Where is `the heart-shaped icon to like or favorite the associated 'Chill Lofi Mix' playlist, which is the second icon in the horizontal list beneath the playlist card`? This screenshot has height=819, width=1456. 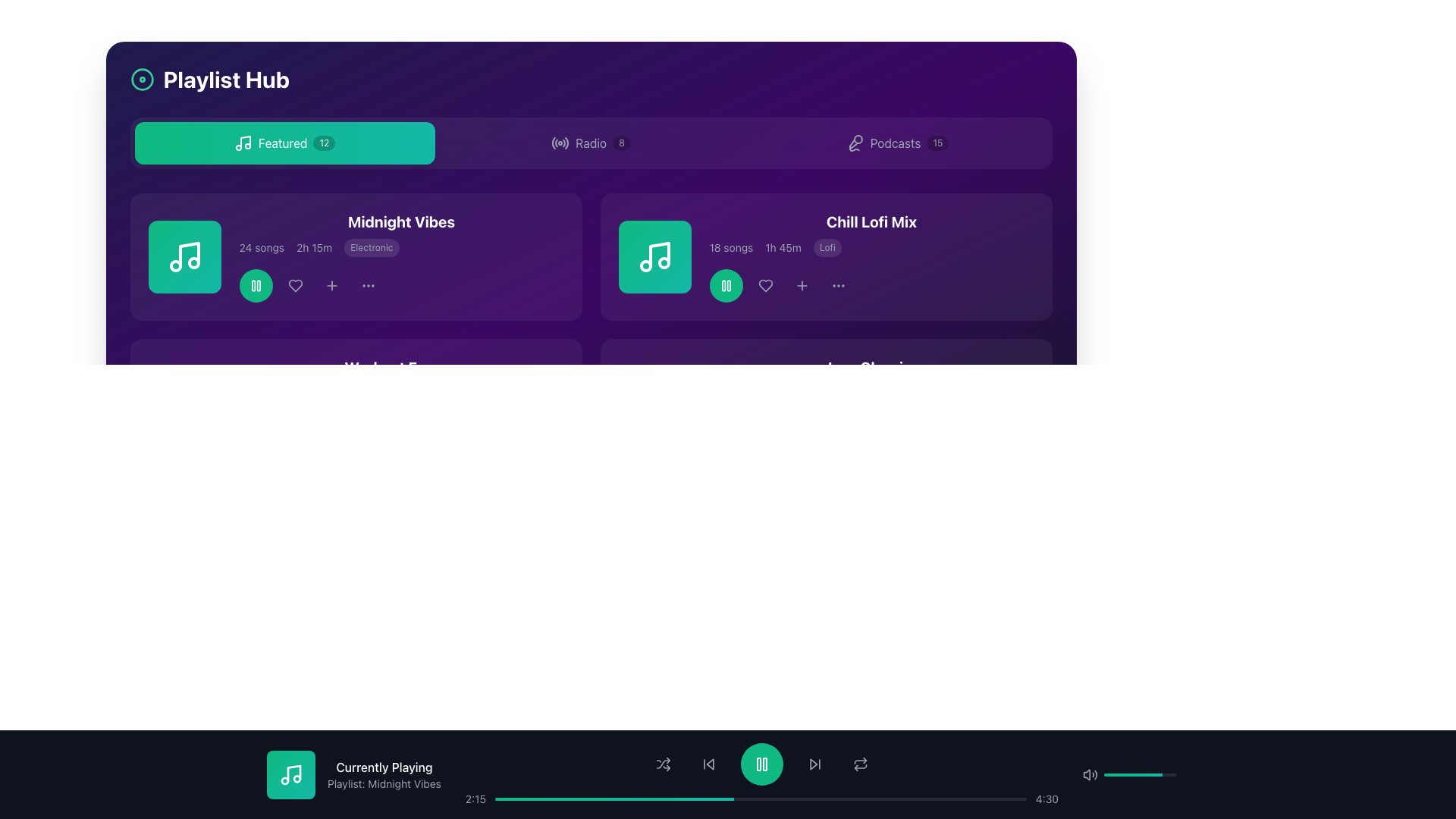
the heart-shaped icon to like or favorite the associated 'Chill Lofi Mix' playlist, which is the second icon in the horizontal list beneath the playlist card is located at coordinates (765, 286).